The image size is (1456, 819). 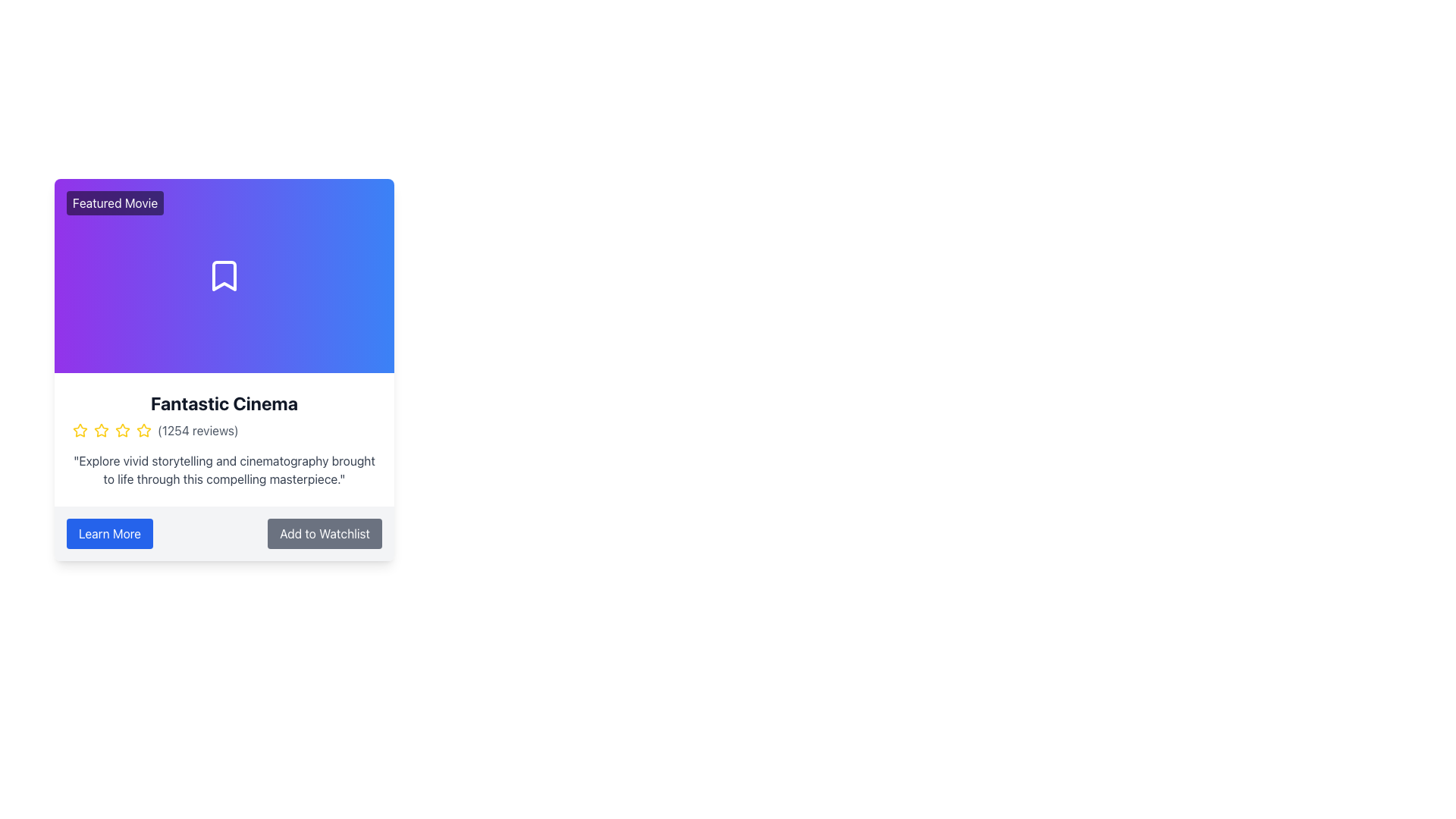 I want to click on the third star icon, which is styled with a yellow fill and a thin black outline, located under the title 'Fantastic Cinema' and next to the label '(1254 reviews)', so click(x=123, y=430).